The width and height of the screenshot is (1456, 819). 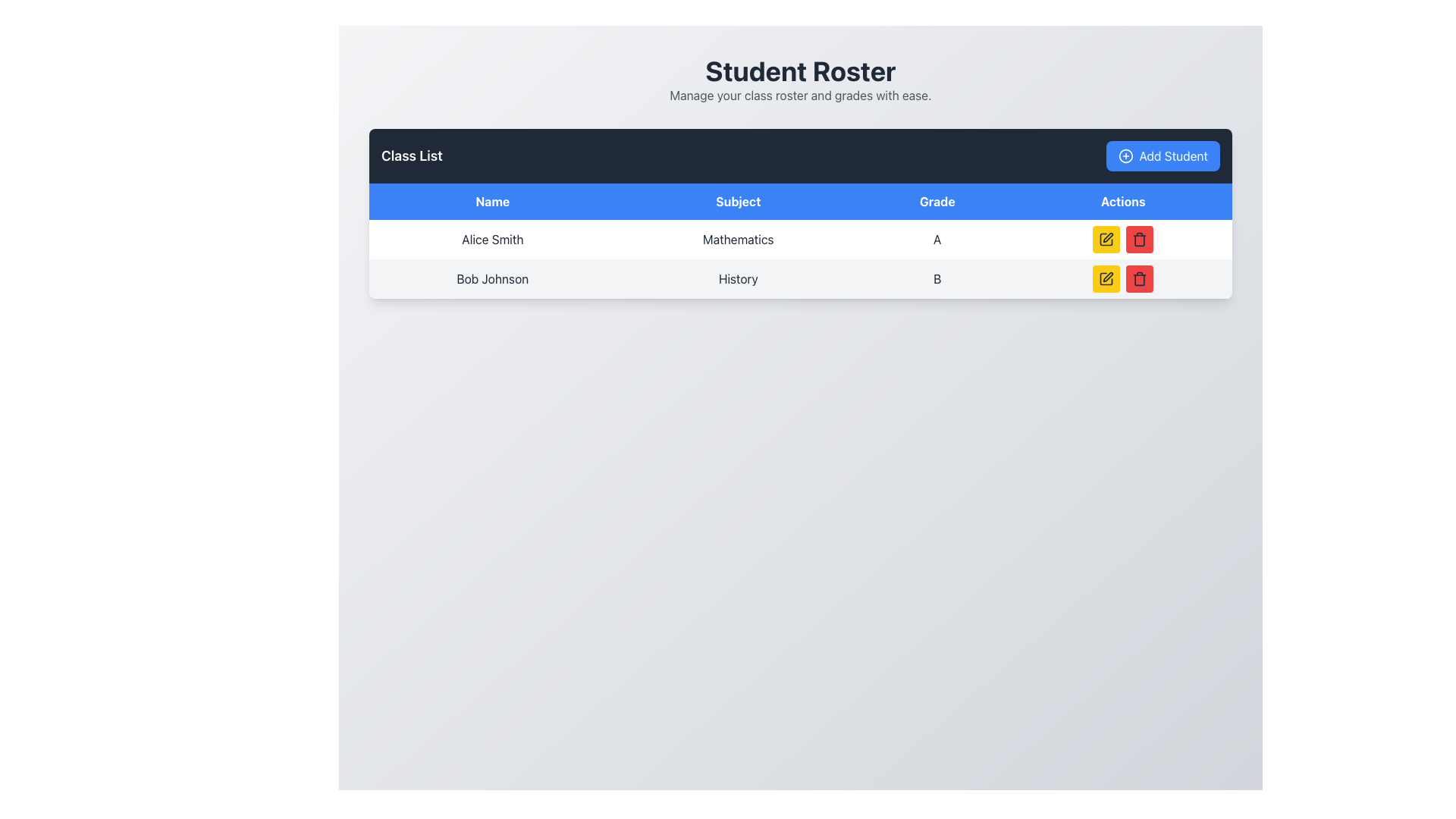 I want to click on text label displaying 'Mathematics' located in the 'Subject' column of the student roster table for 'Alice Smith', so click(x=738, y=239).